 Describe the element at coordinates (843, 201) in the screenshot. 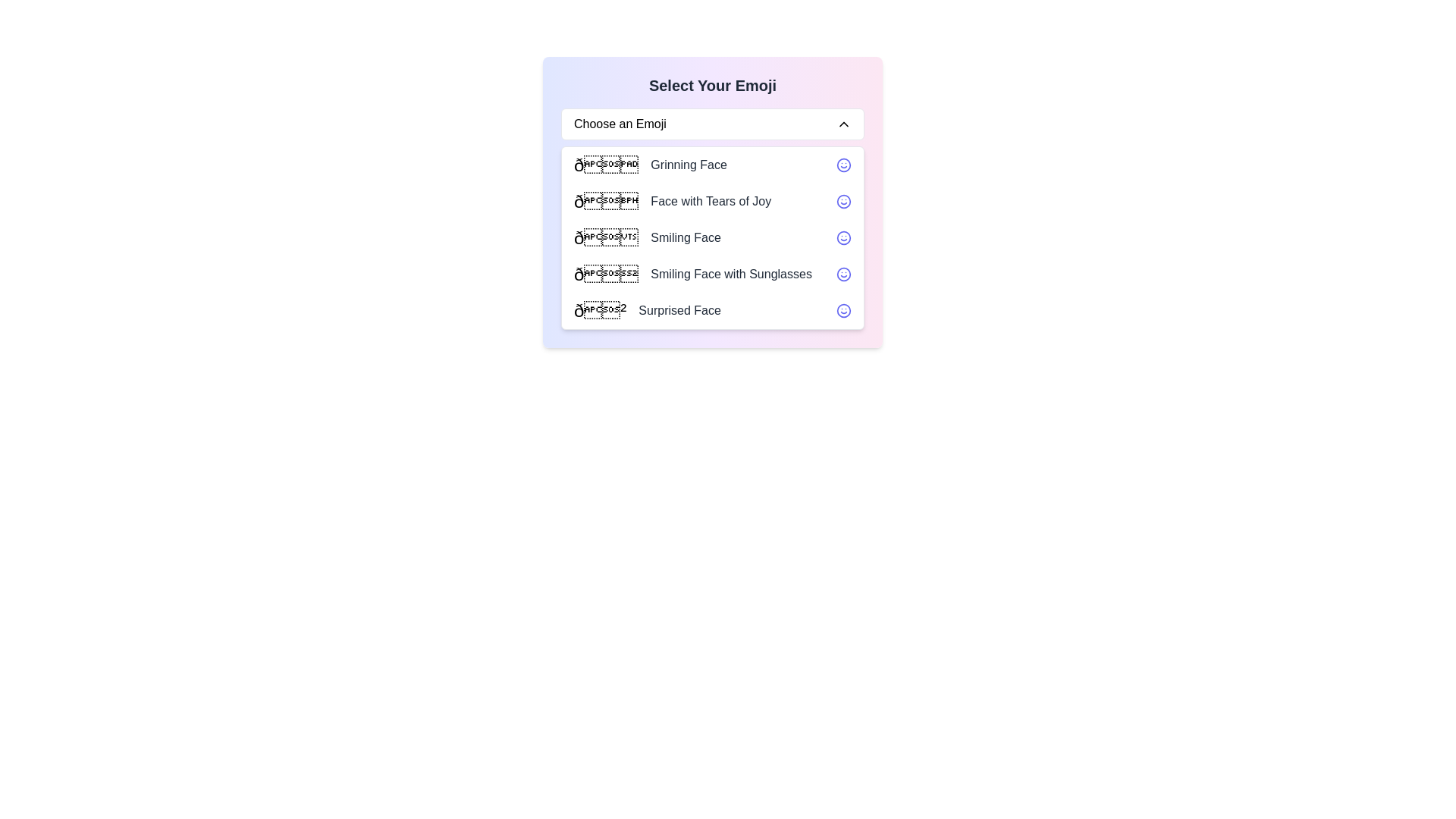

I see `the outer circular border of the emoji icon 'Face with Tears of Joy' in the emoji selection interface, located in the second position of the dropdown menu labeled 'Select Your Emoji'` at that location.